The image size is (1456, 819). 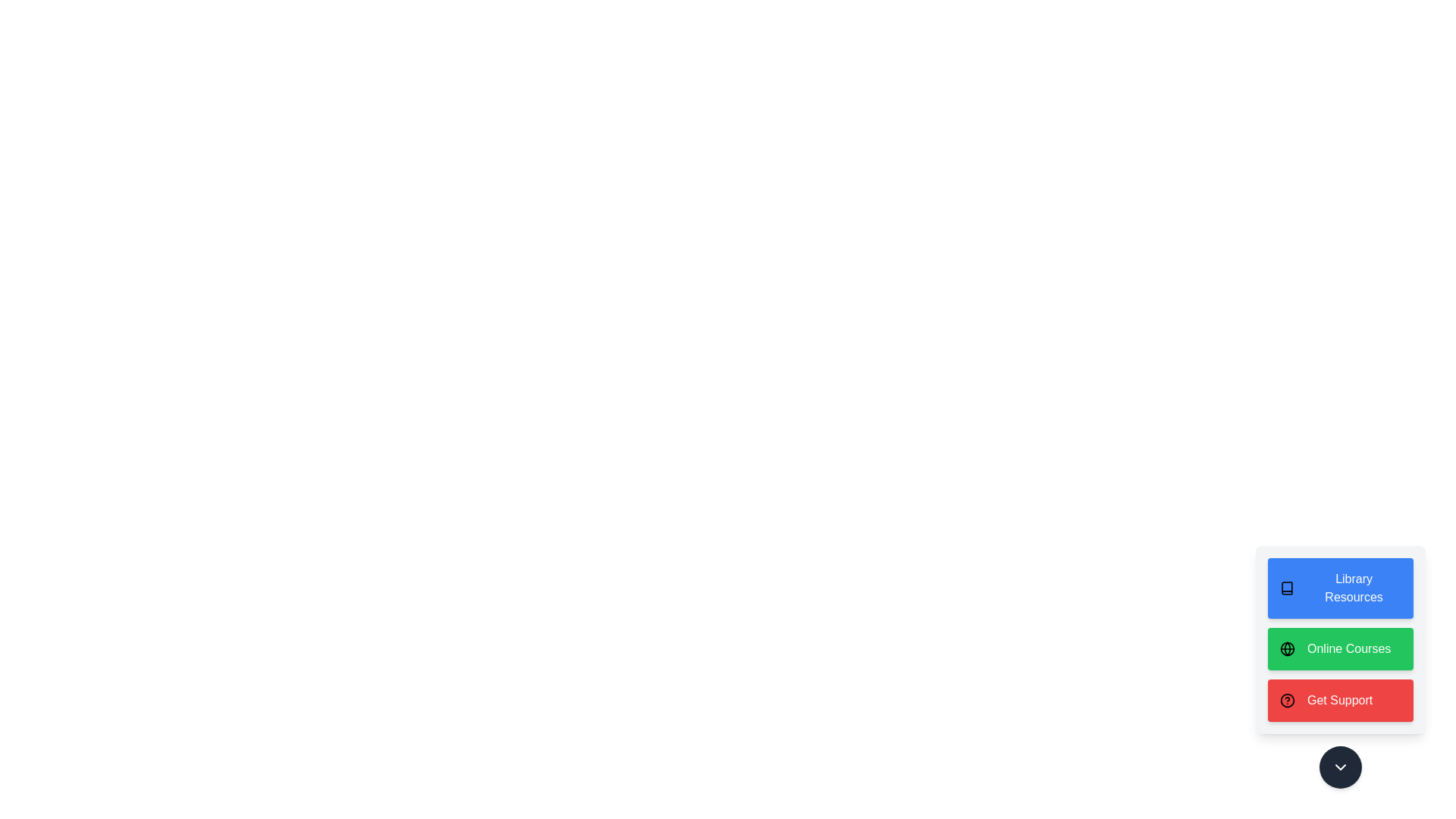 I want to click on the option labeled 'Get Support' to observe the hover effect, so click(x=1340, y=701).